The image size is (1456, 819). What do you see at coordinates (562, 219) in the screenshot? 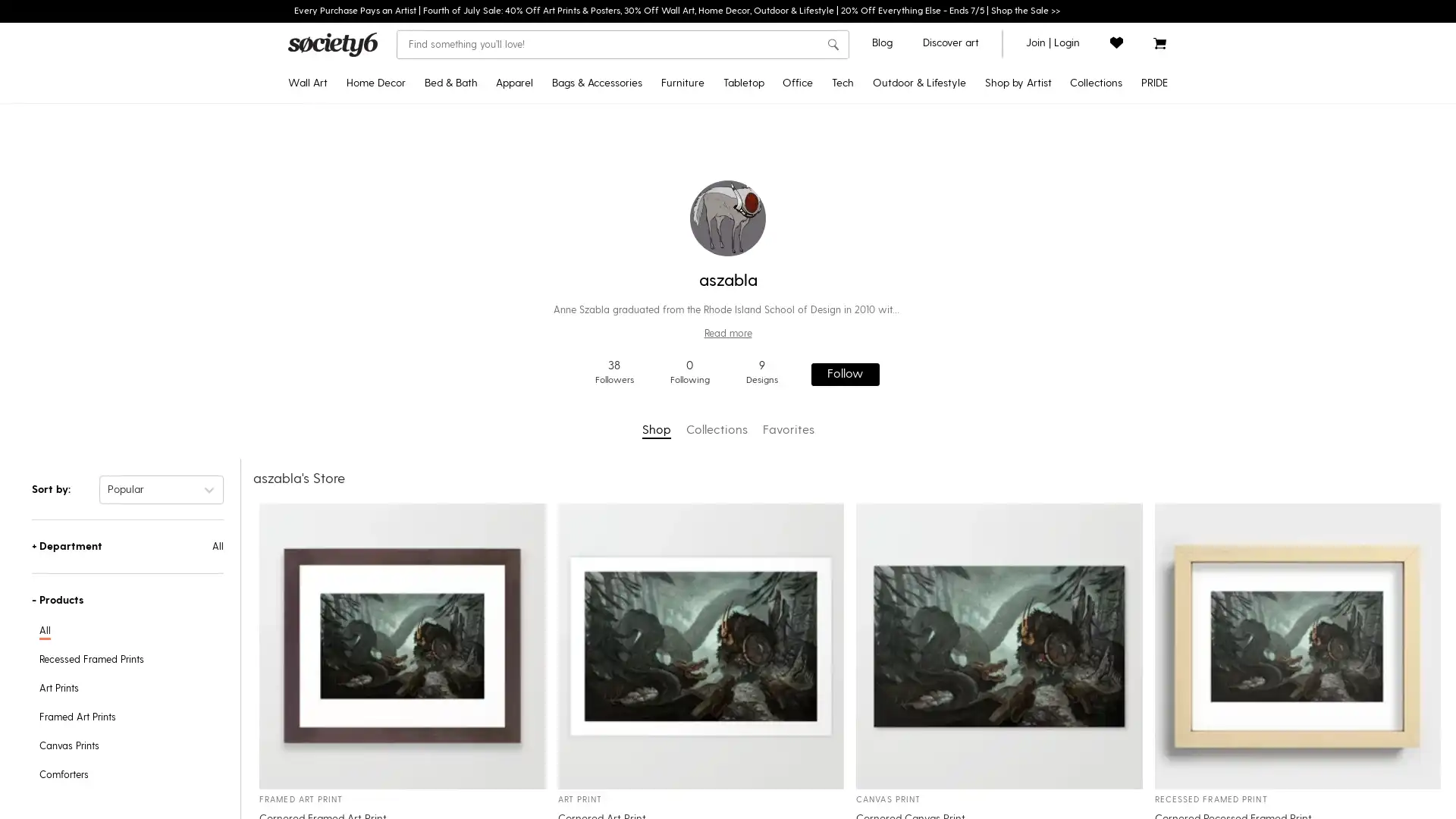
I see `All Over Graphic Tees` at bounding box center [562, 219].